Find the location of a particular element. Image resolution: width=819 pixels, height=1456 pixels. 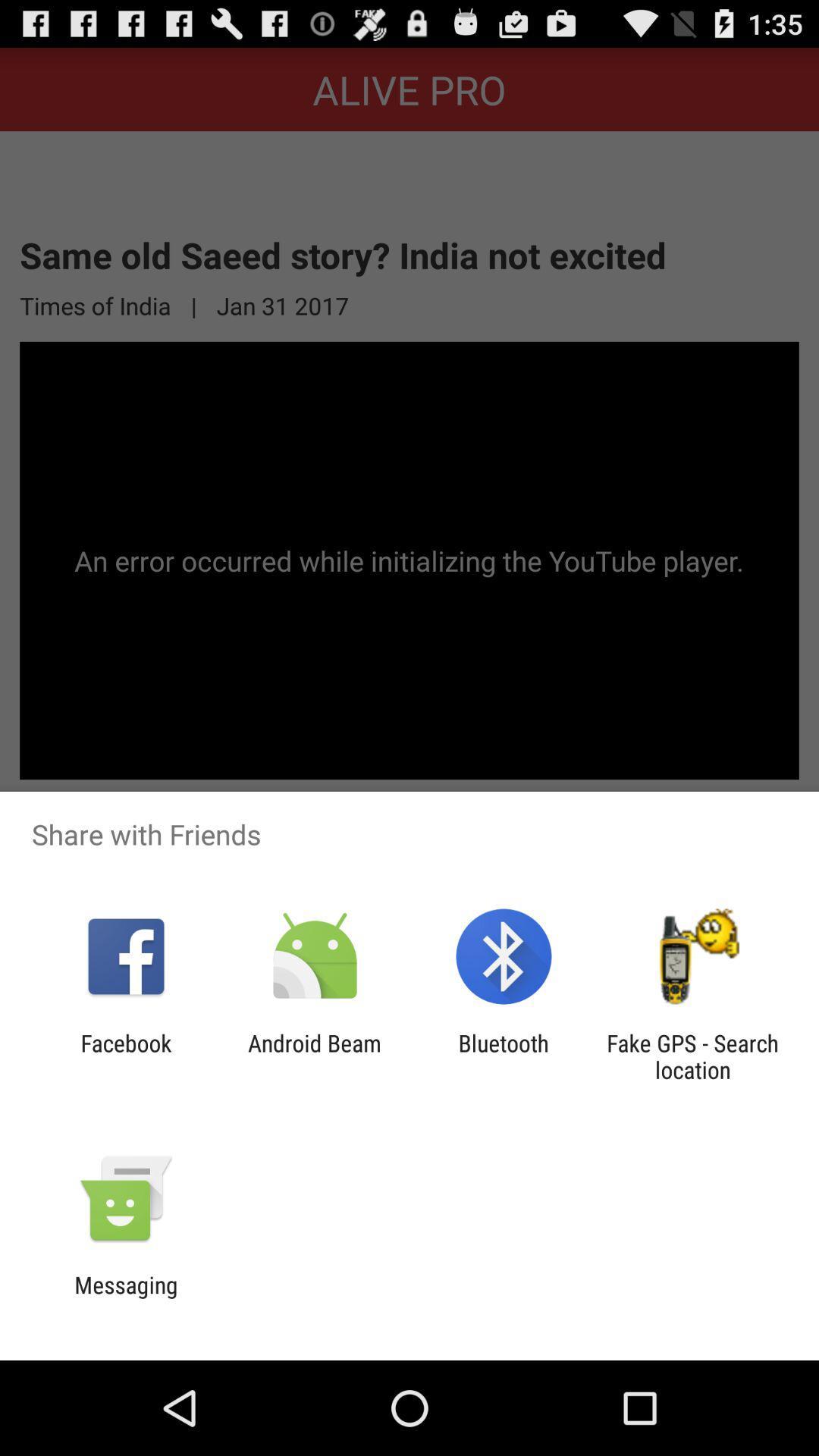

item next to bluetooth icon is located at coordinates (692, 1056).